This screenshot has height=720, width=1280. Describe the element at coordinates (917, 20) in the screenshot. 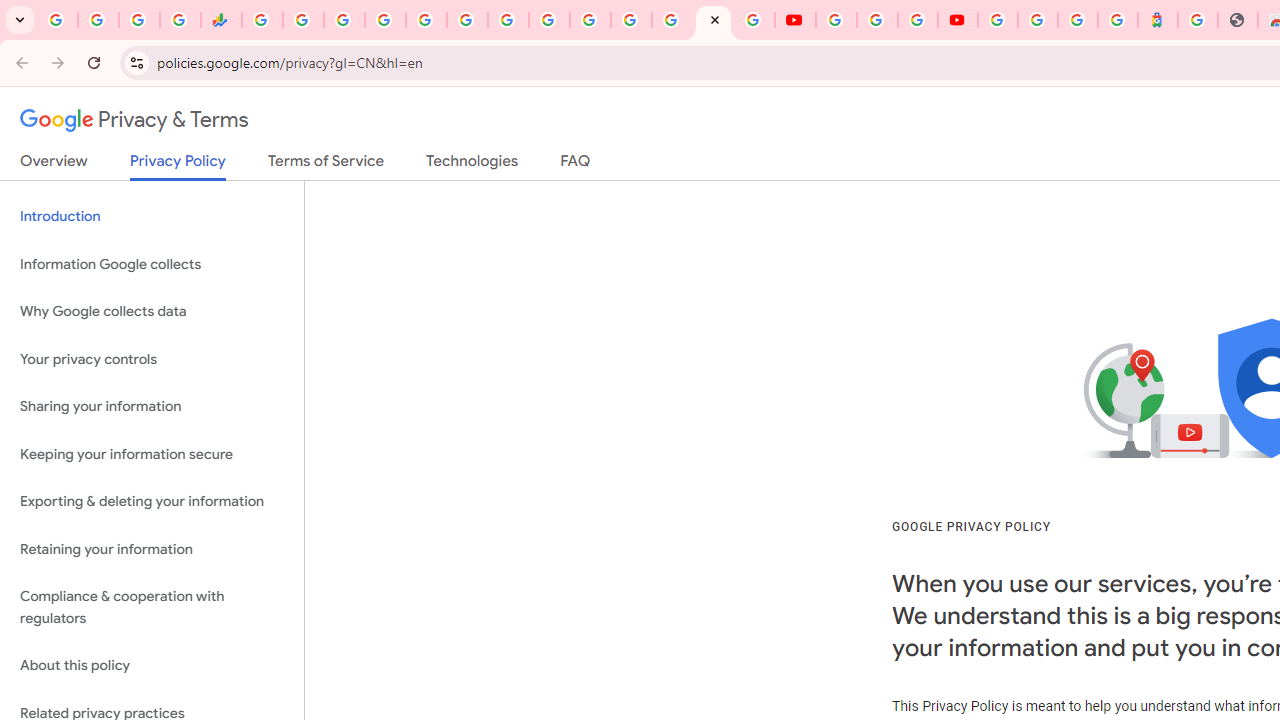

I see `'Create your Google Account'` at that location.